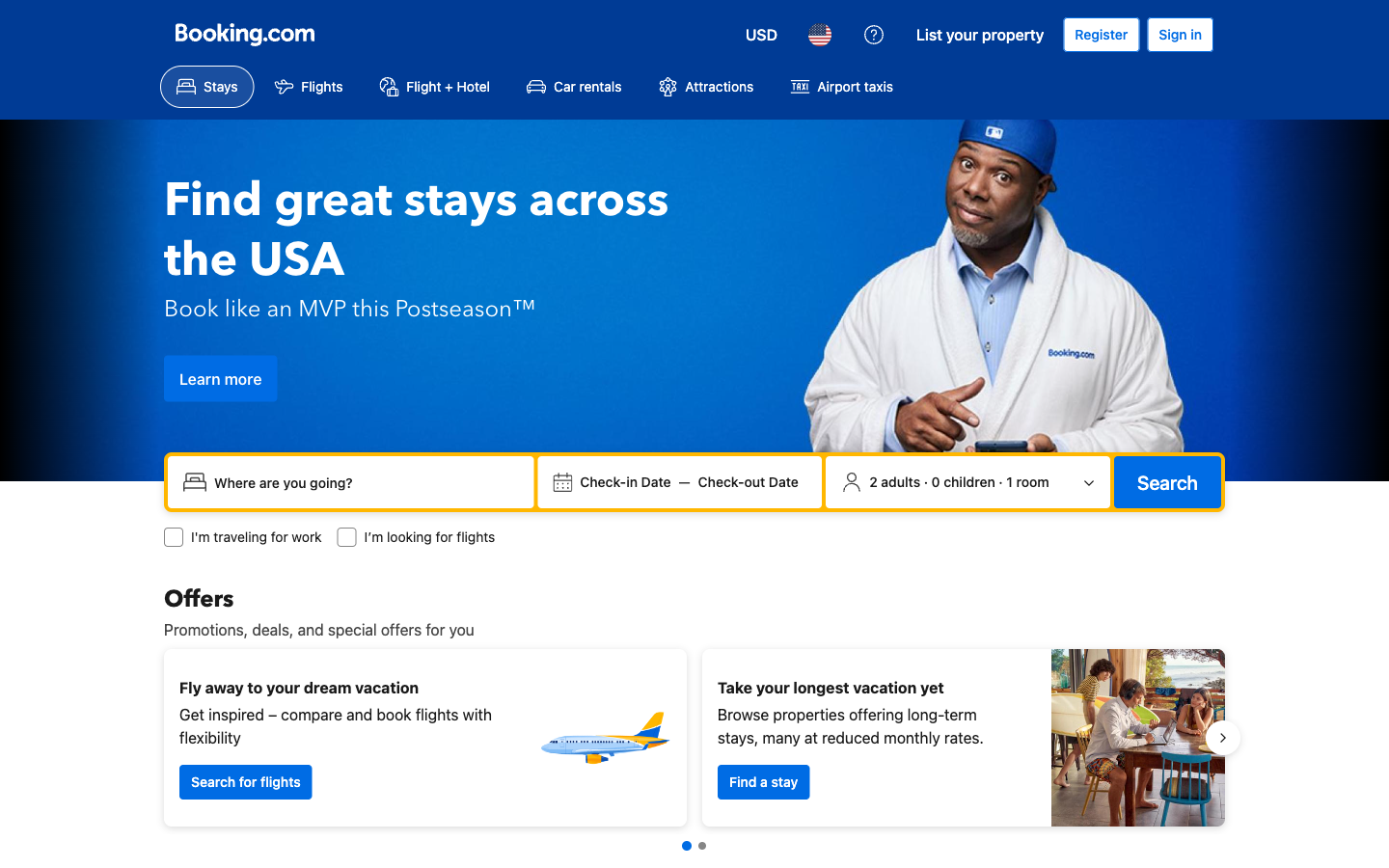 Image resolution: width=1389 pixels, height=868 pixels. Describe the element at coordinates (206, 86) in the screenshot. I see `Search for stays using the Stays button on top` at that location.